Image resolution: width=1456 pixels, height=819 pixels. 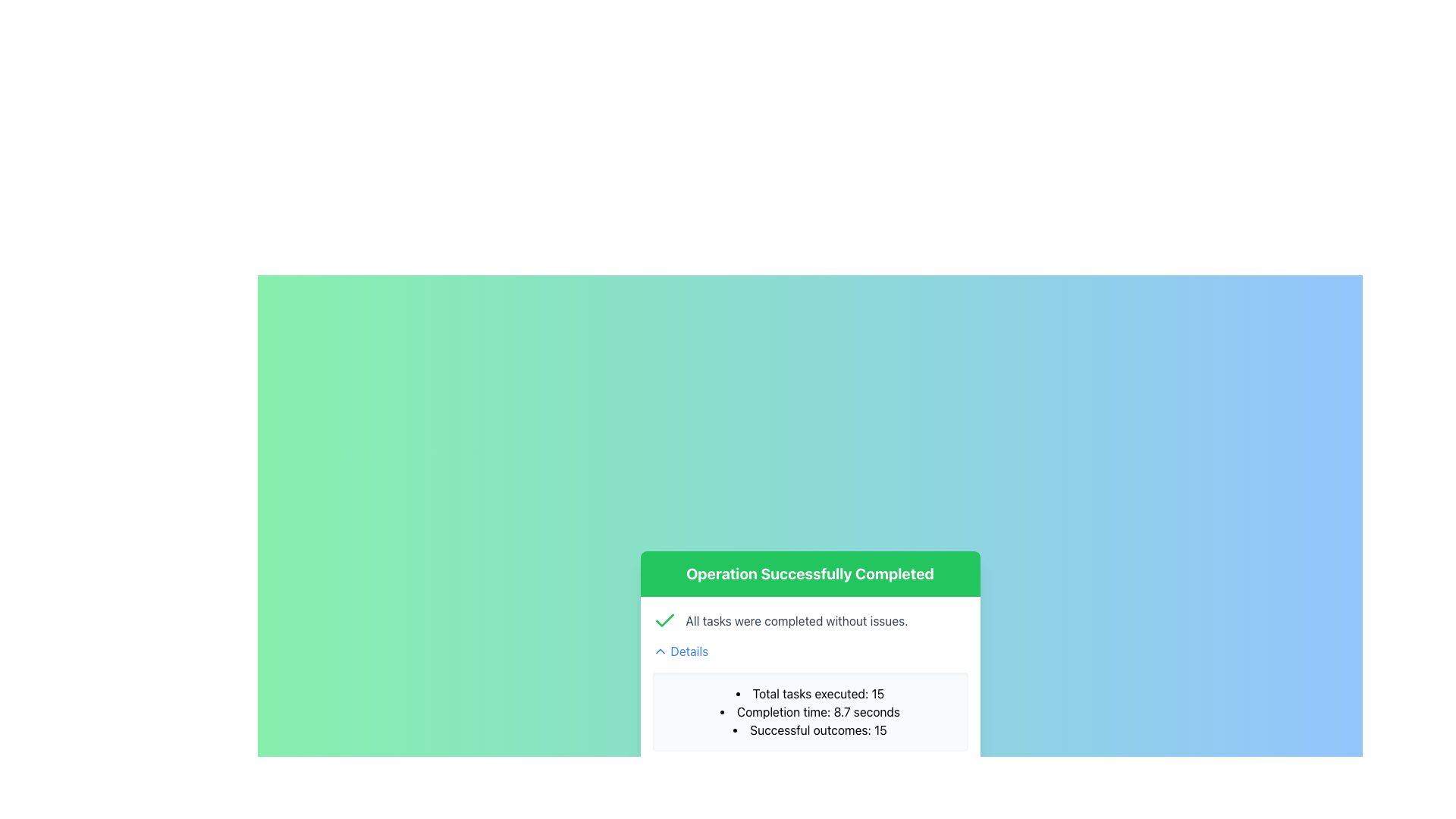 I want to click on the text item that states 'It took 8.7 seconds' in the bulleted list of the summary card titled 'Operation Successfully Completed', so click(x=809, y=711).